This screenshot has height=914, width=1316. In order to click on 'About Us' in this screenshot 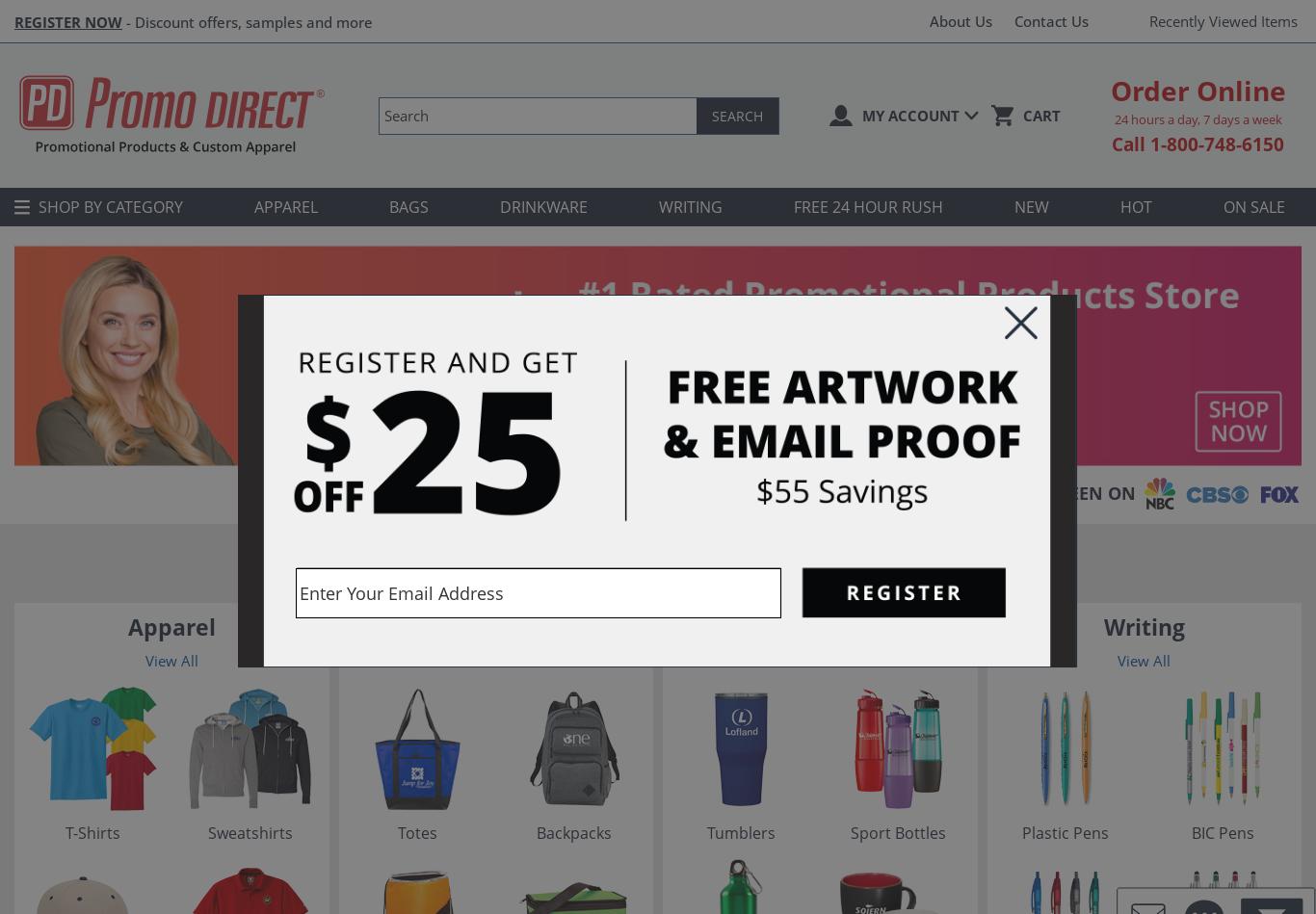, I will do `click(929, 21)`.